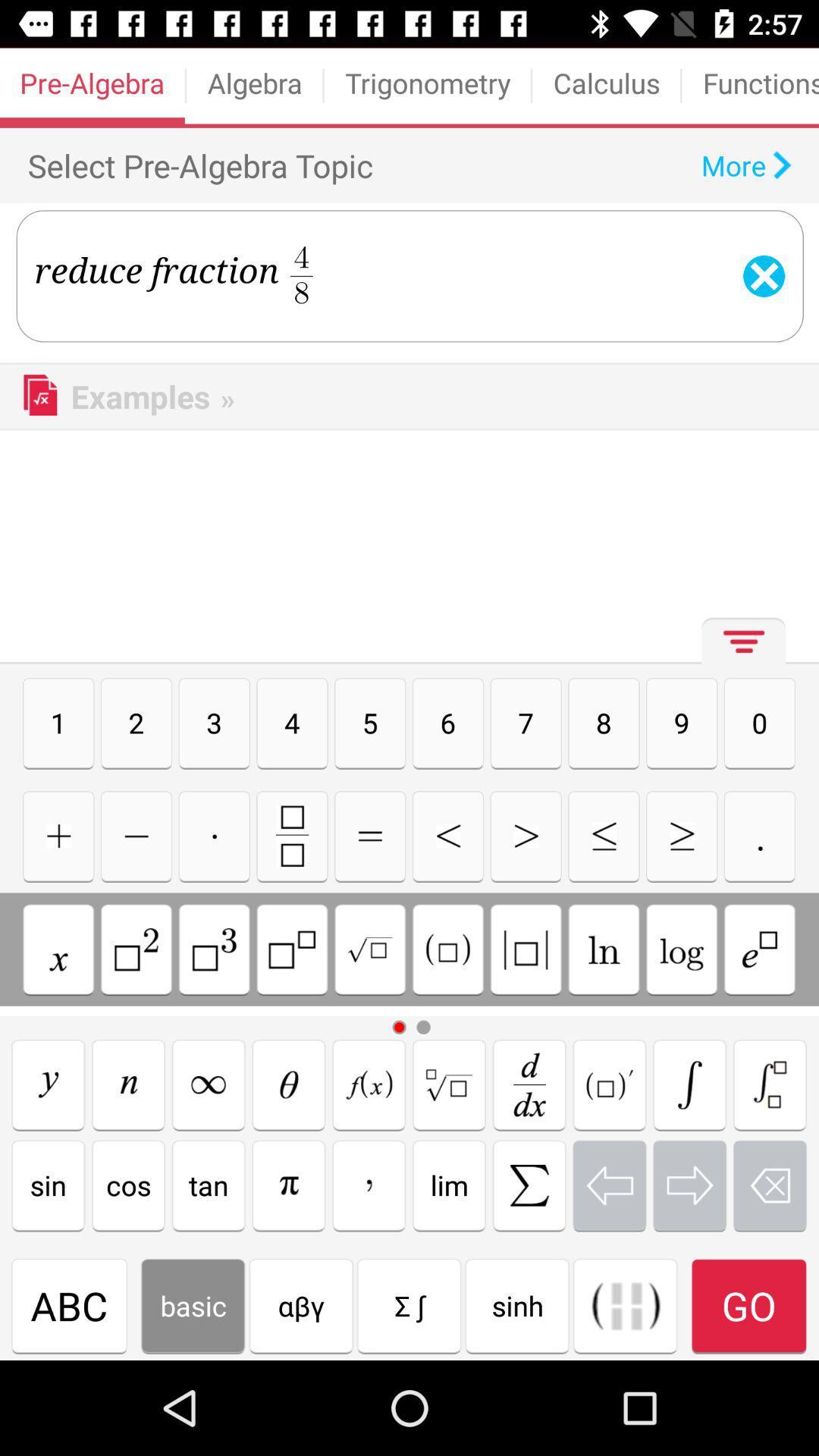 This screenshot has width=819, height=1456. What do you see at coordinates (681, 835) in the screenshot?
I see `greater than or equal to` at bounding box center [681, 835].